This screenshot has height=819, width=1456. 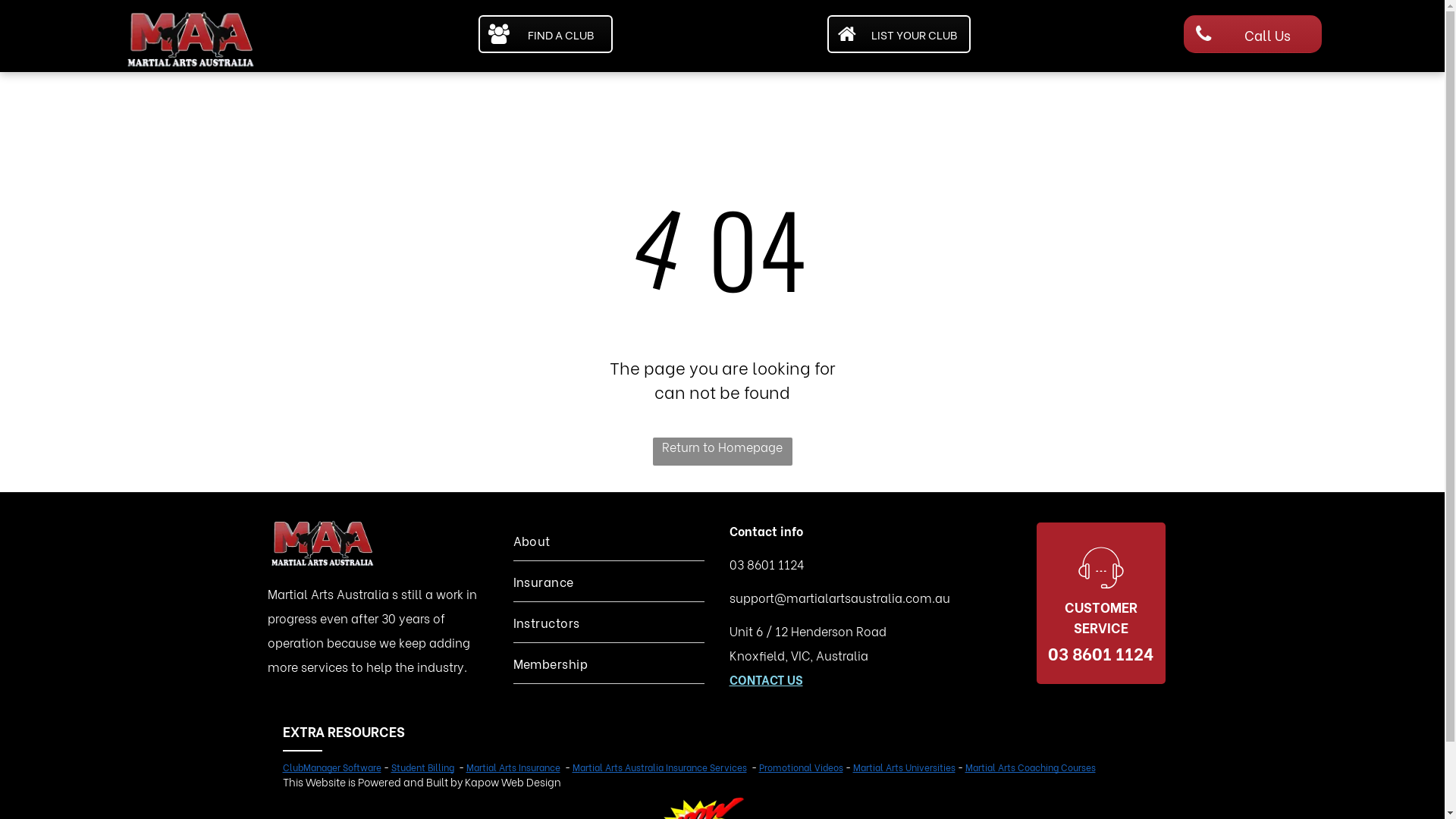 What do you see at coordinates (758, 767) in the screenshot?
I see `'Promotional Videos'` at bounding box center [758, 767].